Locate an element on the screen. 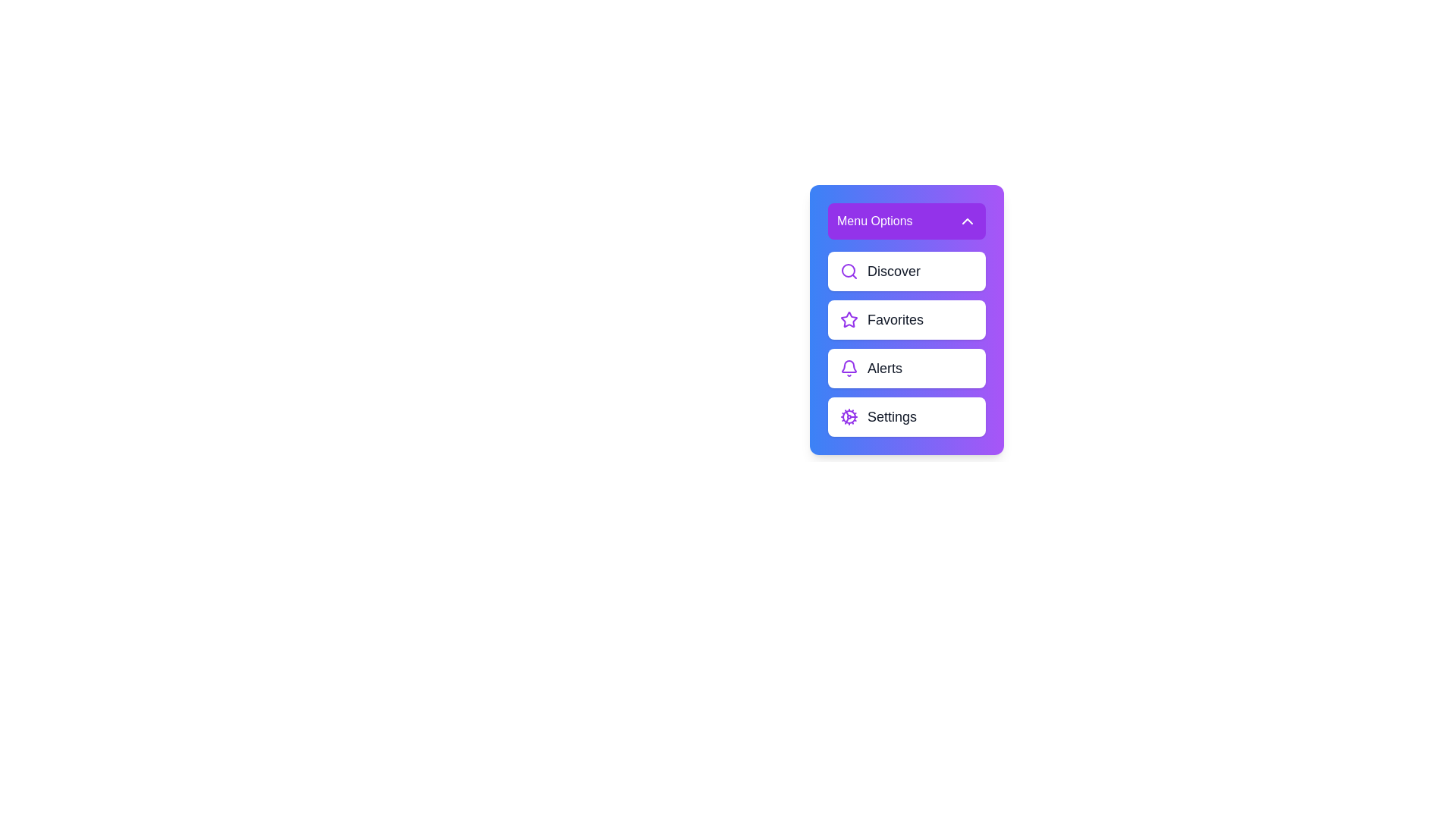  the fourth button in the sidebar menu is located at coordinates (906, 417).